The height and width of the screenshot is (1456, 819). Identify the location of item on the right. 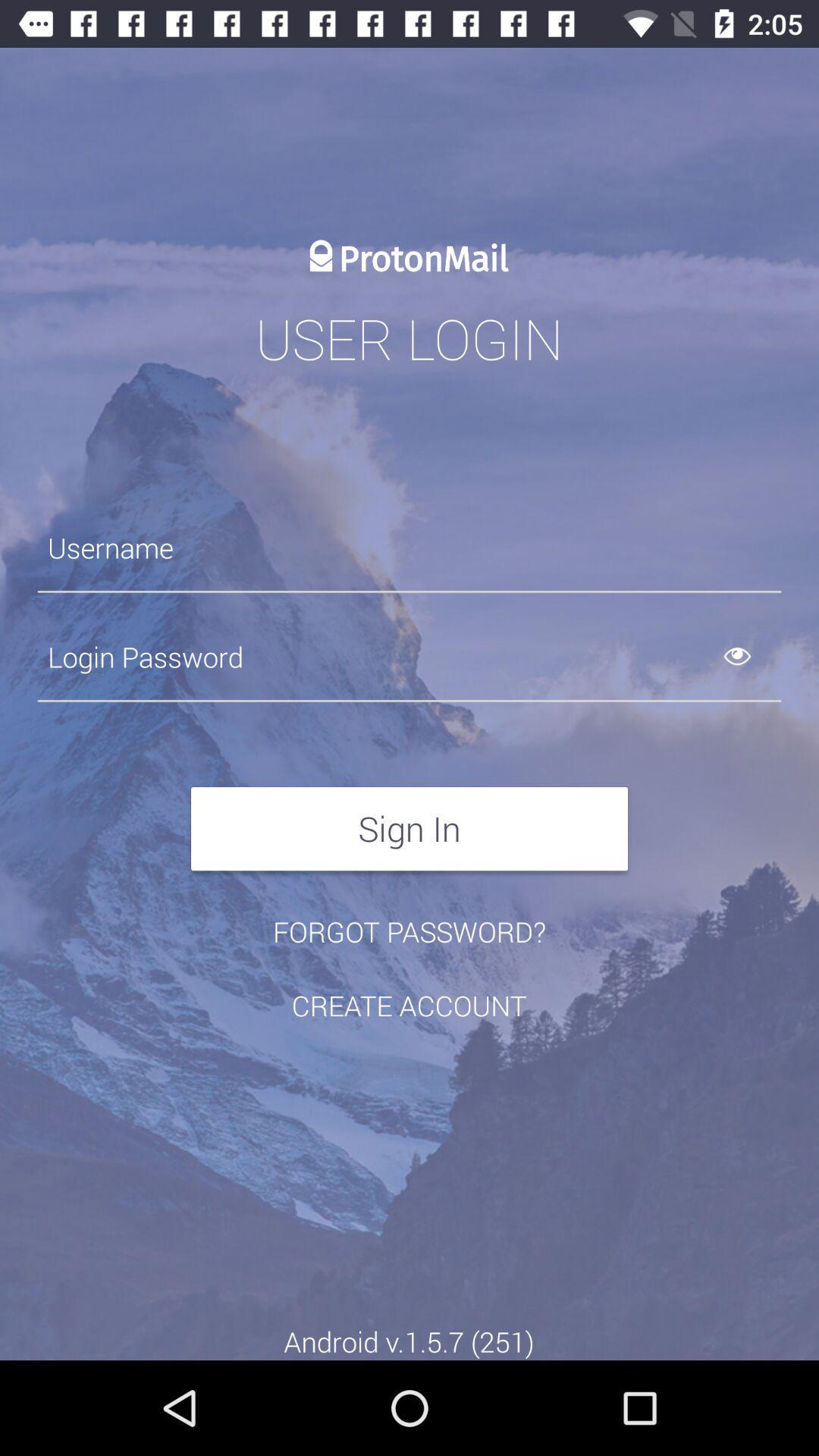
(755, 657).